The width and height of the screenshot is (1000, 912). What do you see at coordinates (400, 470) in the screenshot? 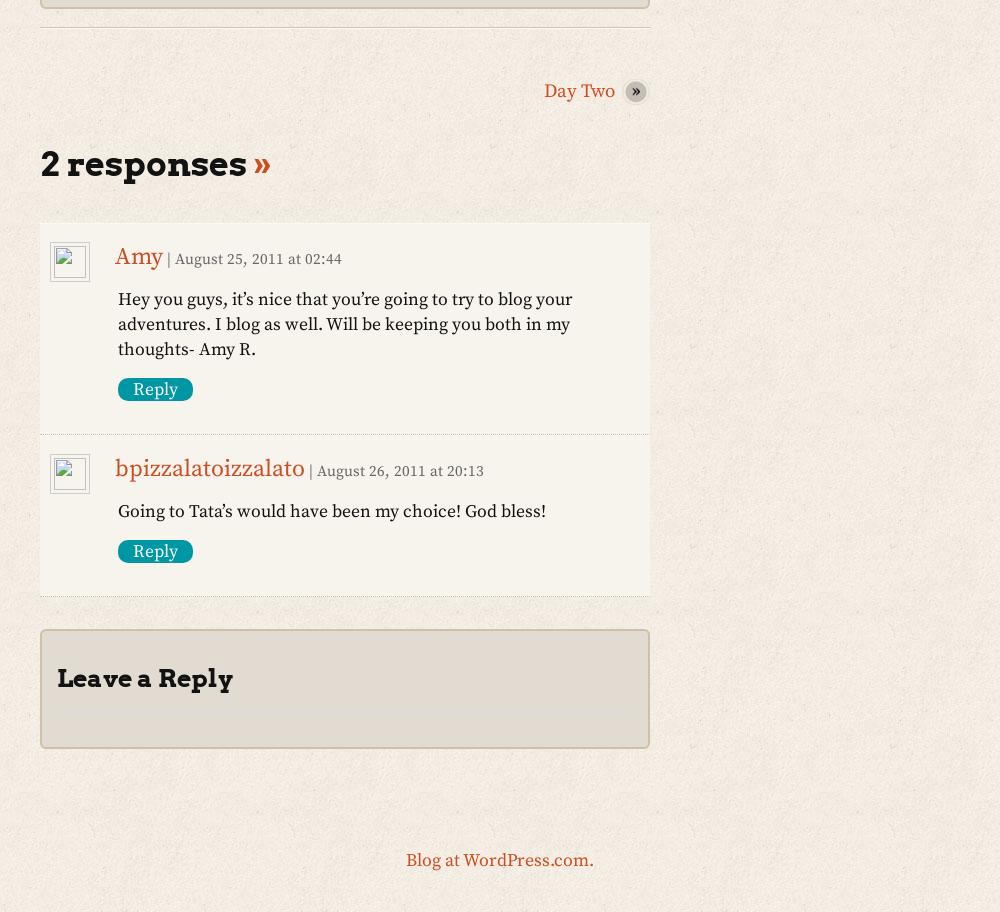
I see `'August 26, 2011 at 20:13'` at bounding box center [400, 470].